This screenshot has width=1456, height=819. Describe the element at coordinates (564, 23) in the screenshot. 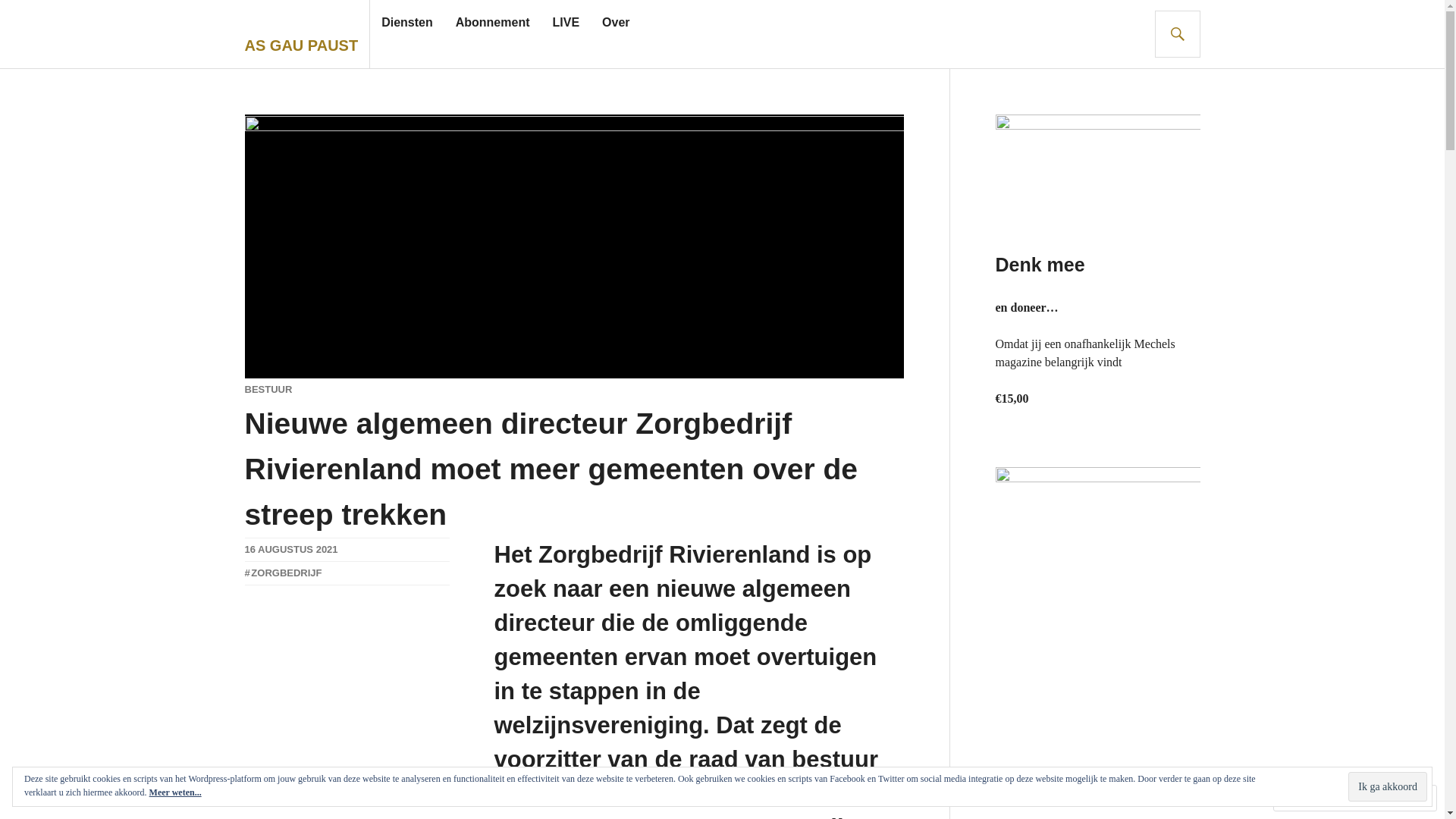

I see `'LIVE'` at that location.